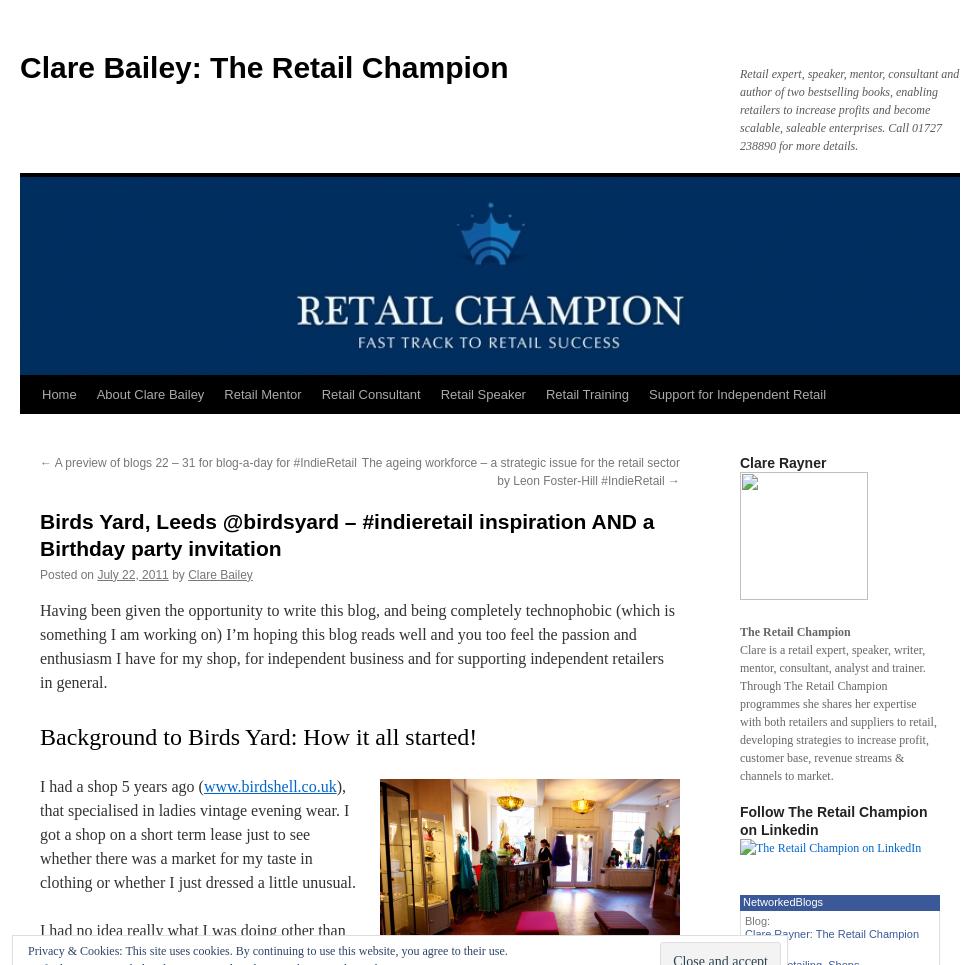 The width and height of the screenshot is (980, 965). Describe the element at coordinates (783, 462) in the screenshot. I see `'Clare Rayner'` at that location.